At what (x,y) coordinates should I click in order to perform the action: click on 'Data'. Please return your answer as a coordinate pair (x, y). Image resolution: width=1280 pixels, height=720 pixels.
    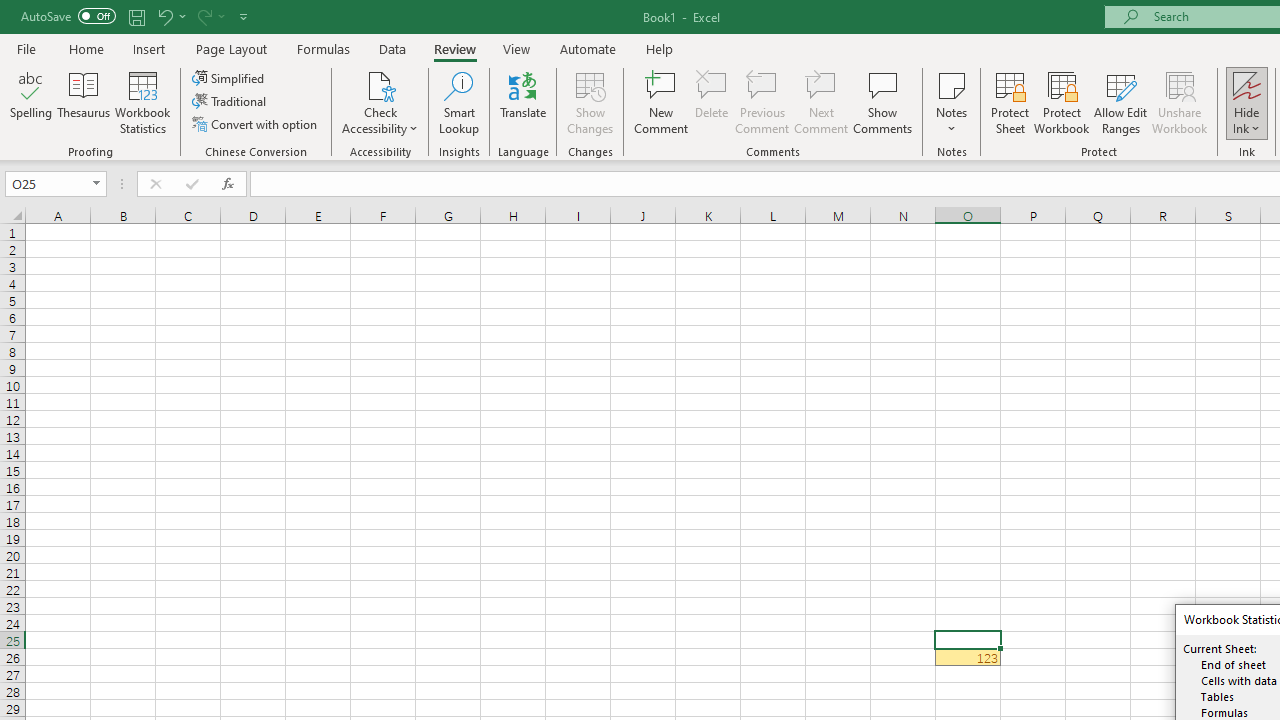
    Looking at the image, I should click on (392, 48).